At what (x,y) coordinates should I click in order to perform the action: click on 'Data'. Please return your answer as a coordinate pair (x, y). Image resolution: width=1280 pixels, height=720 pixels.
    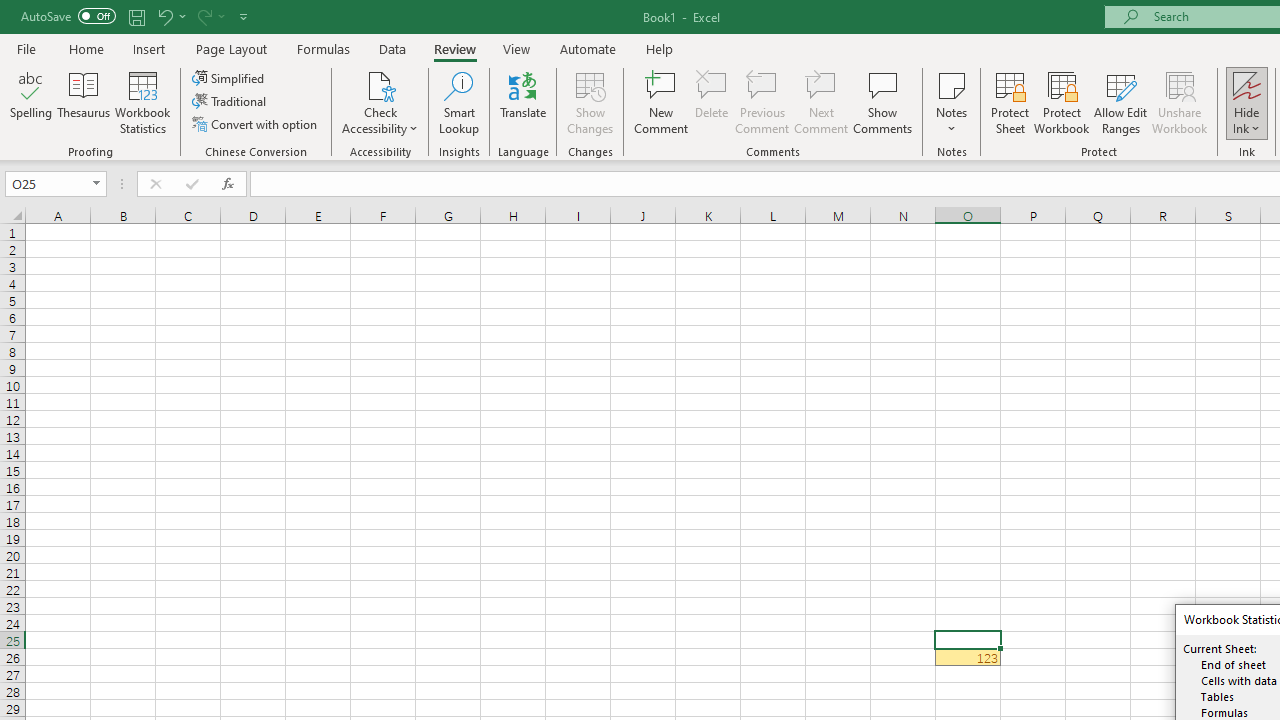
    Looking at the image, I should click on (392, 48).